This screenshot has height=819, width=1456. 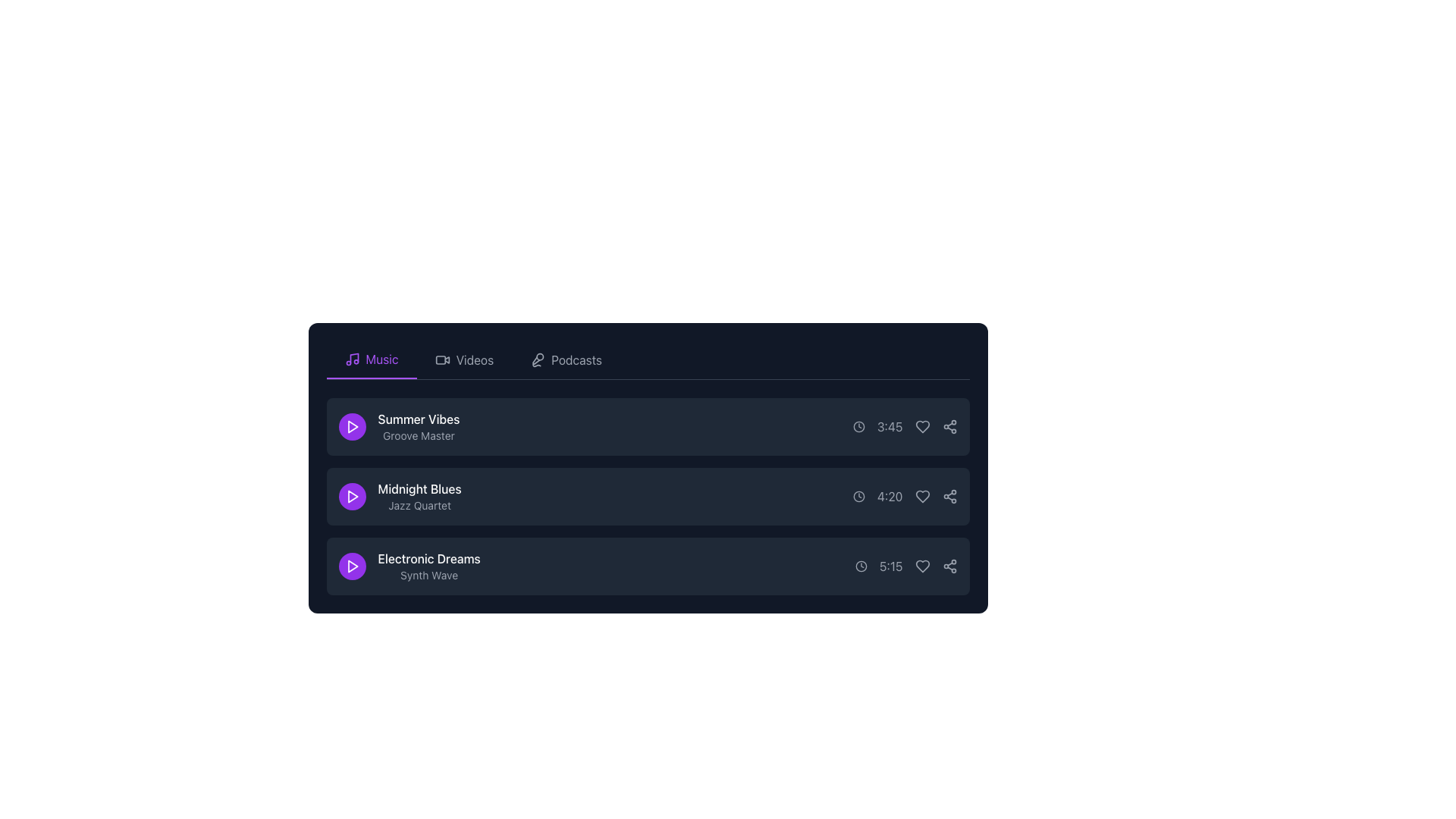 What do you see at coordinates (428, 576) in the screenshot?
I see `text label providing a genre descriptor for the 'Electronic Dreams' media item located in the 'Music' section of the media player interface` at bounding box center [428, 576].